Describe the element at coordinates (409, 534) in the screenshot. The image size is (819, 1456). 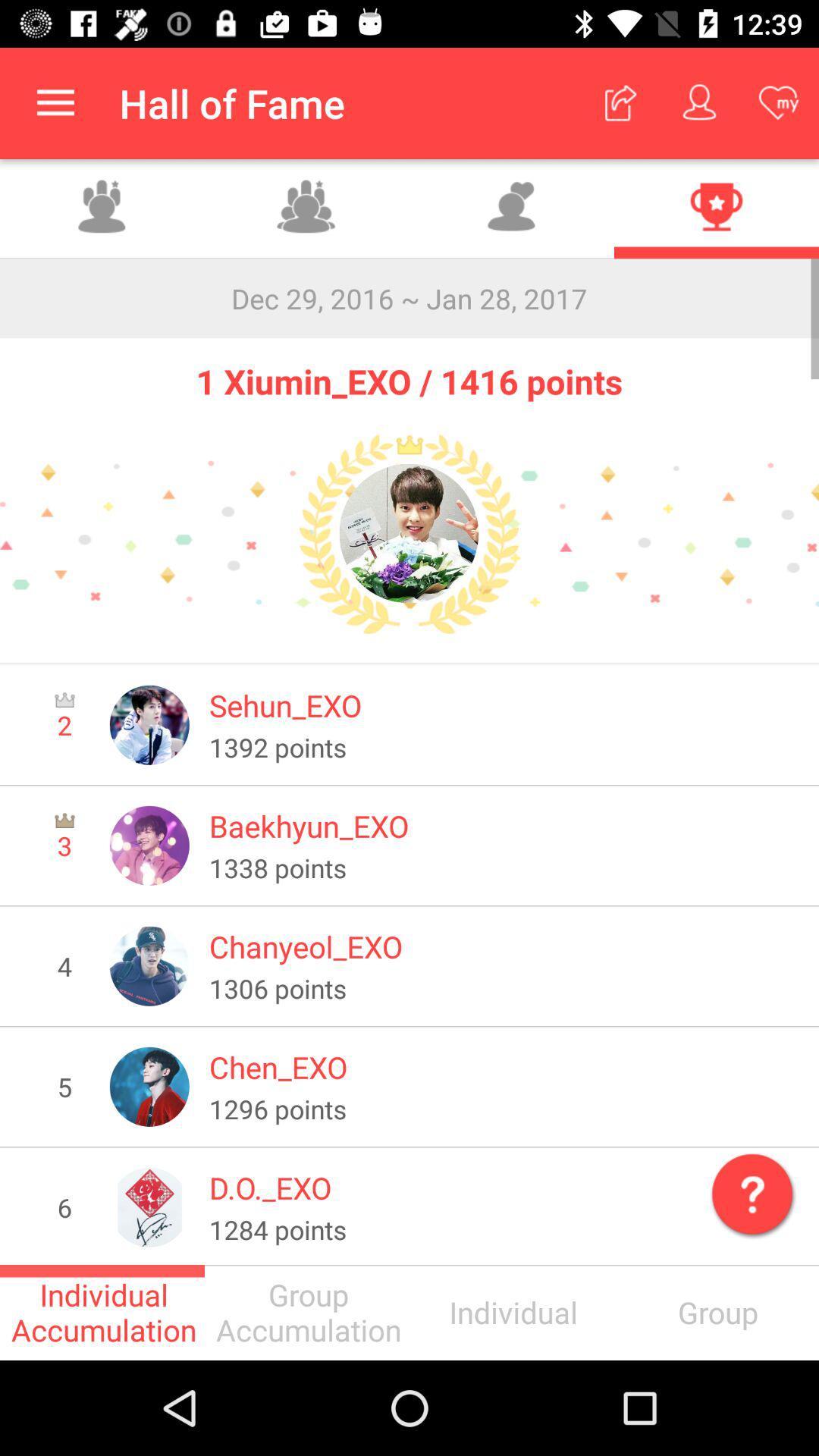
I see `1 xiuminexo` at that location.